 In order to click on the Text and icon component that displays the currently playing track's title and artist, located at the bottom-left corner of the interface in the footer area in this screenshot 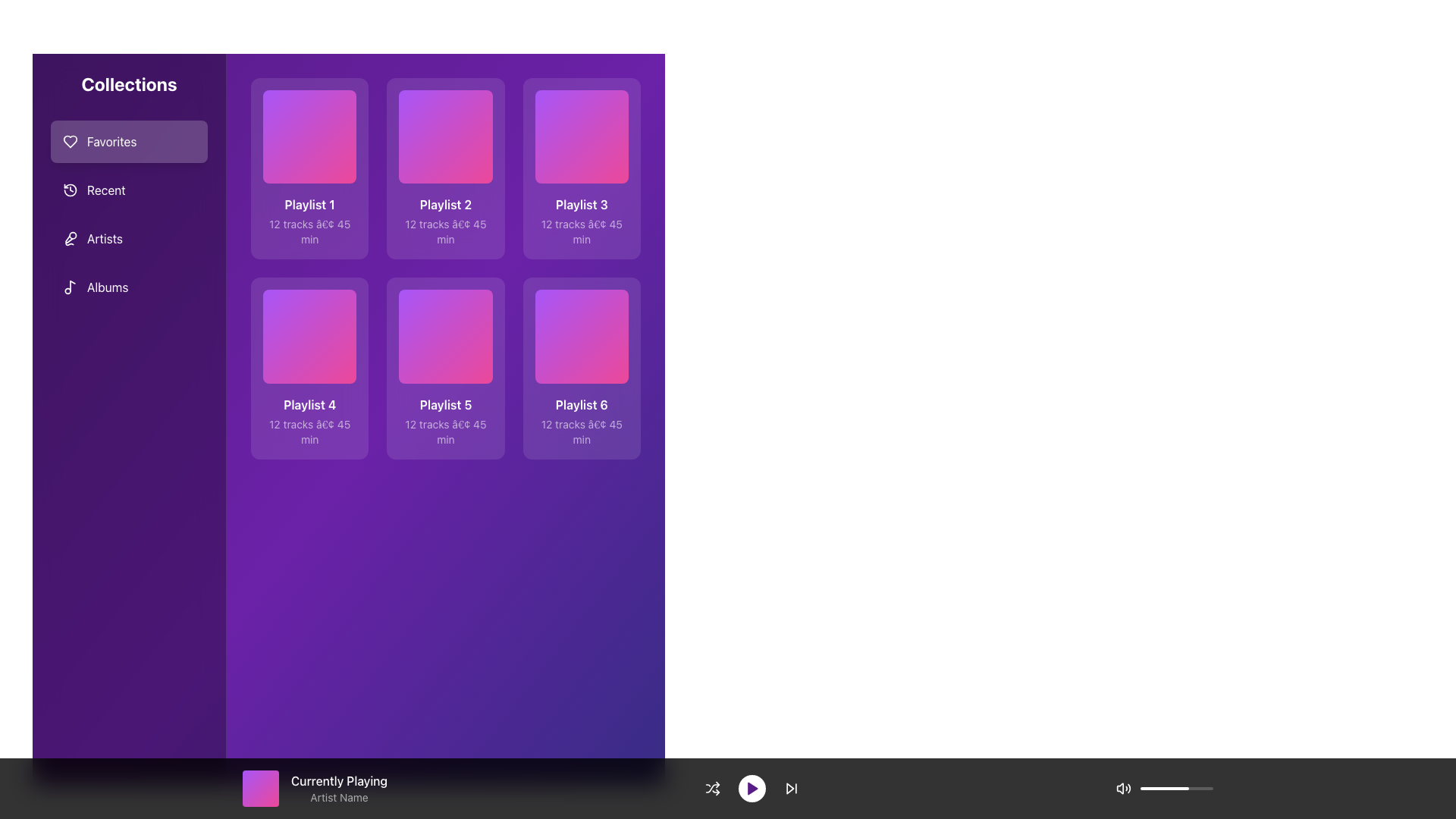, I will do `click(314, 788)`.